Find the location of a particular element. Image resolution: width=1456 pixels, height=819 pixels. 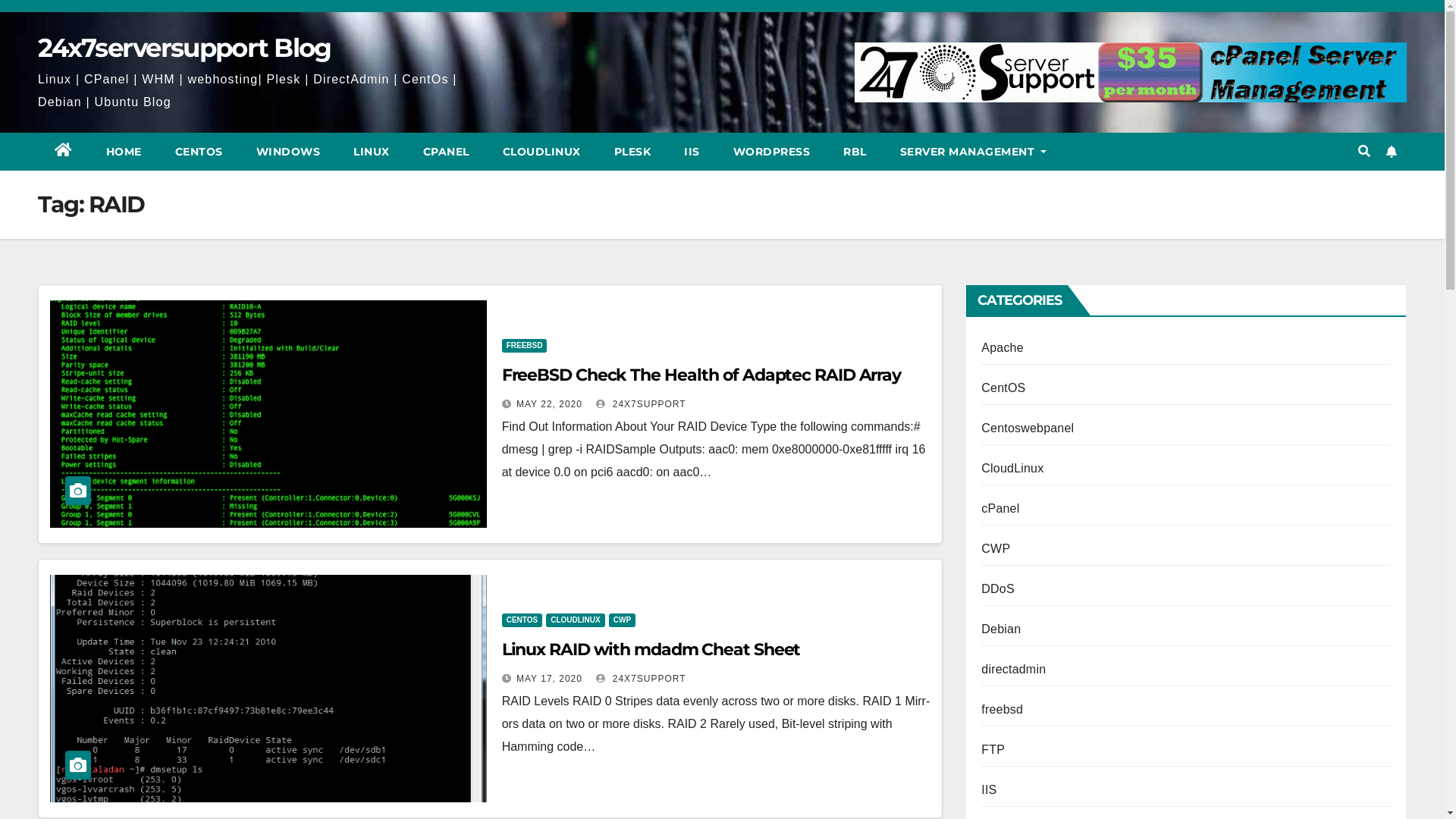

'24X7SUPPORT' is located at coordinates (640, 403).